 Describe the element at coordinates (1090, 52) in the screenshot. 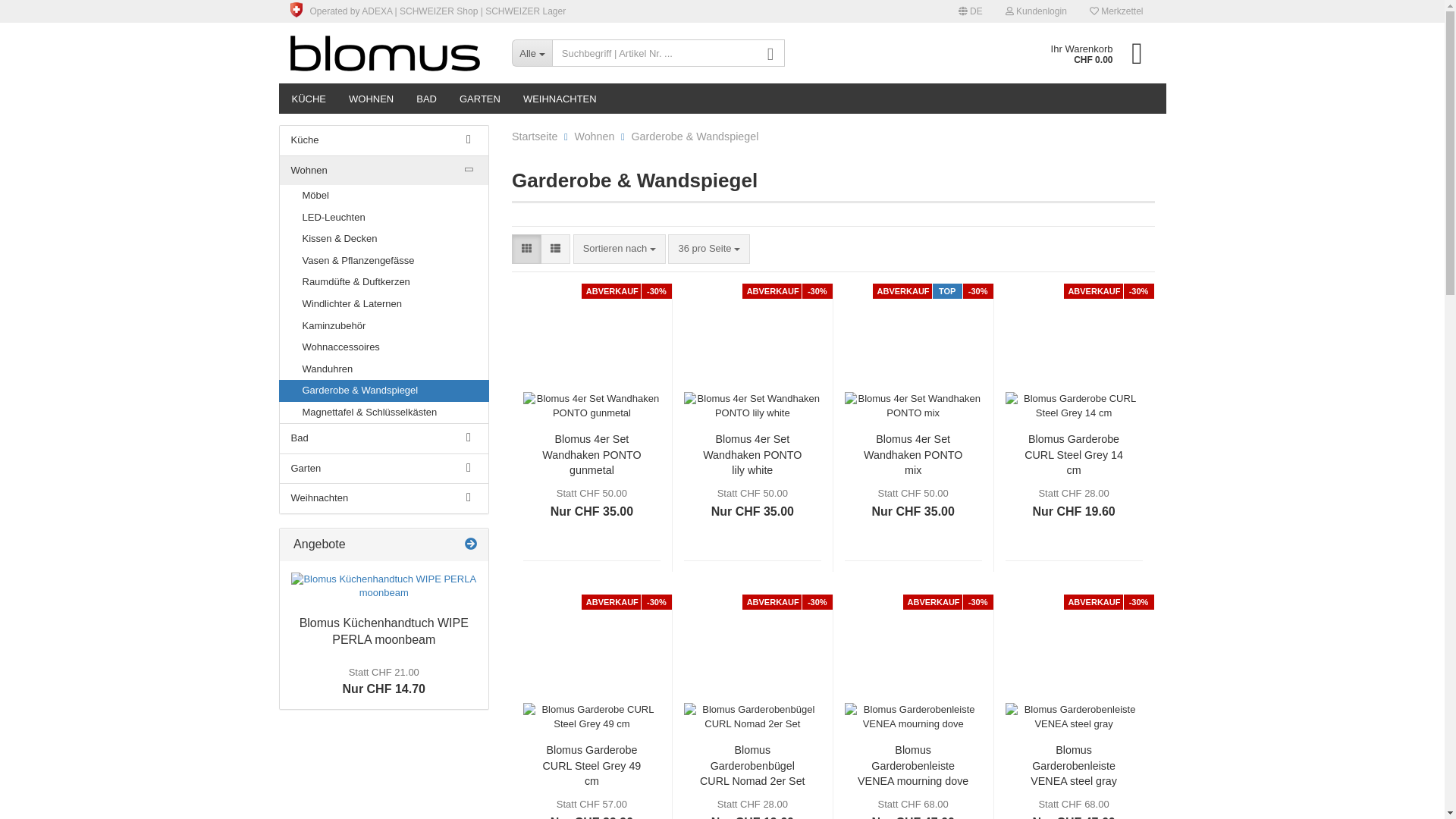

I see `'Ihr Warenkorb` at that location.